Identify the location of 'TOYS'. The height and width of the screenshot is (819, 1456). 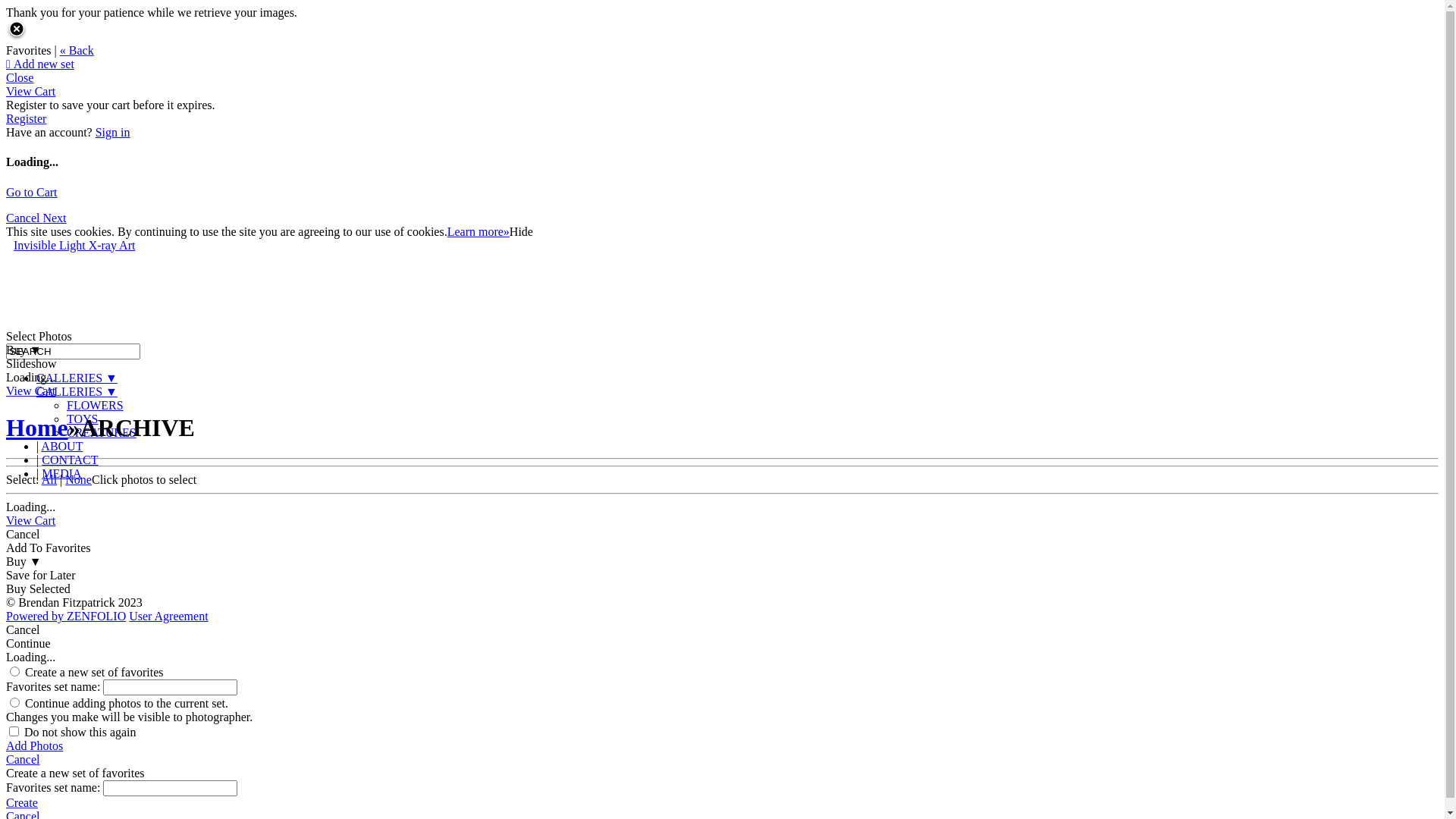
(82, 419).